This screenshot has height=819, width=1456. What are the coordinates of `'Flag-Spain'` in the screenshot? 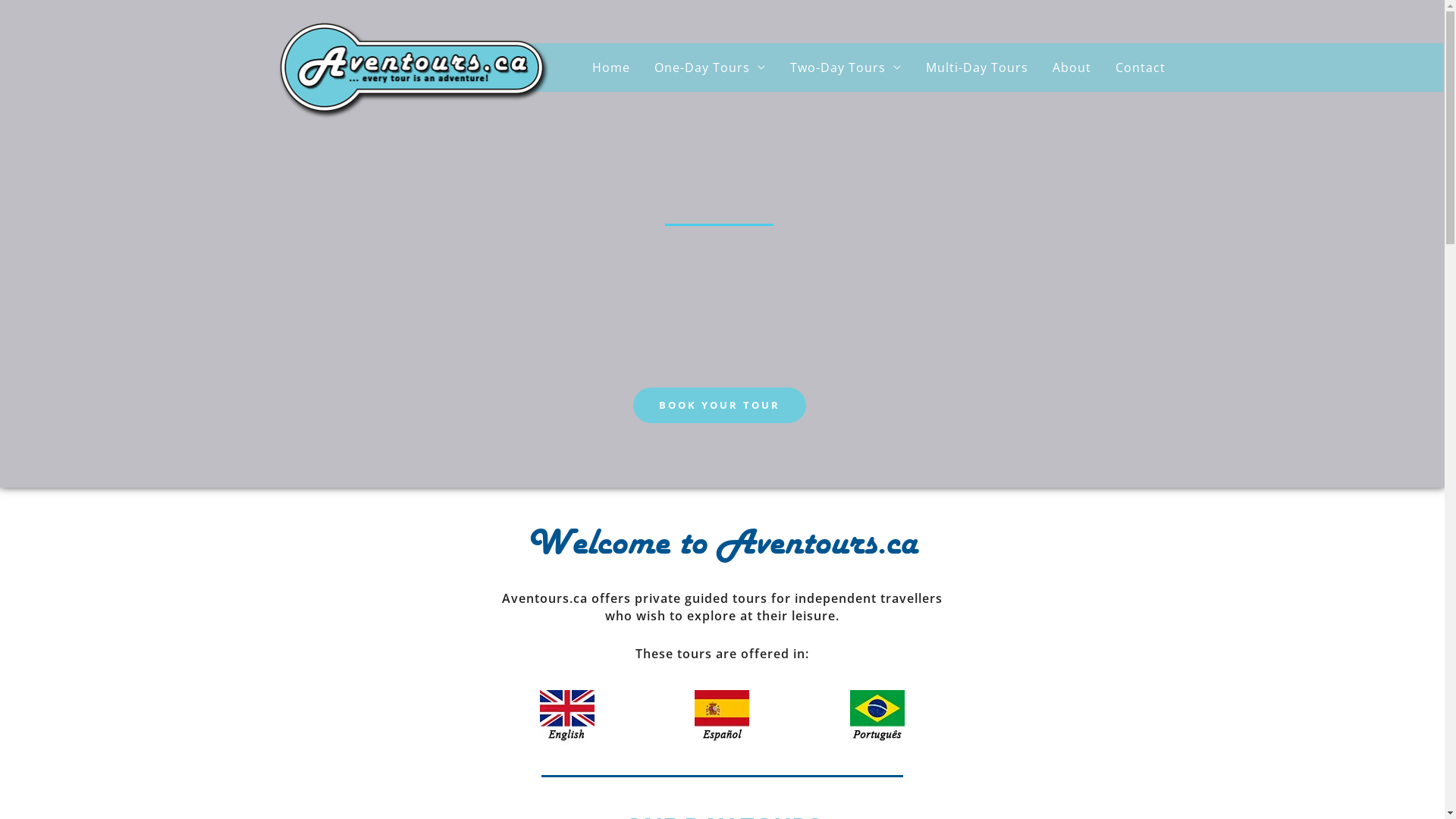 It's located at (720, 717).